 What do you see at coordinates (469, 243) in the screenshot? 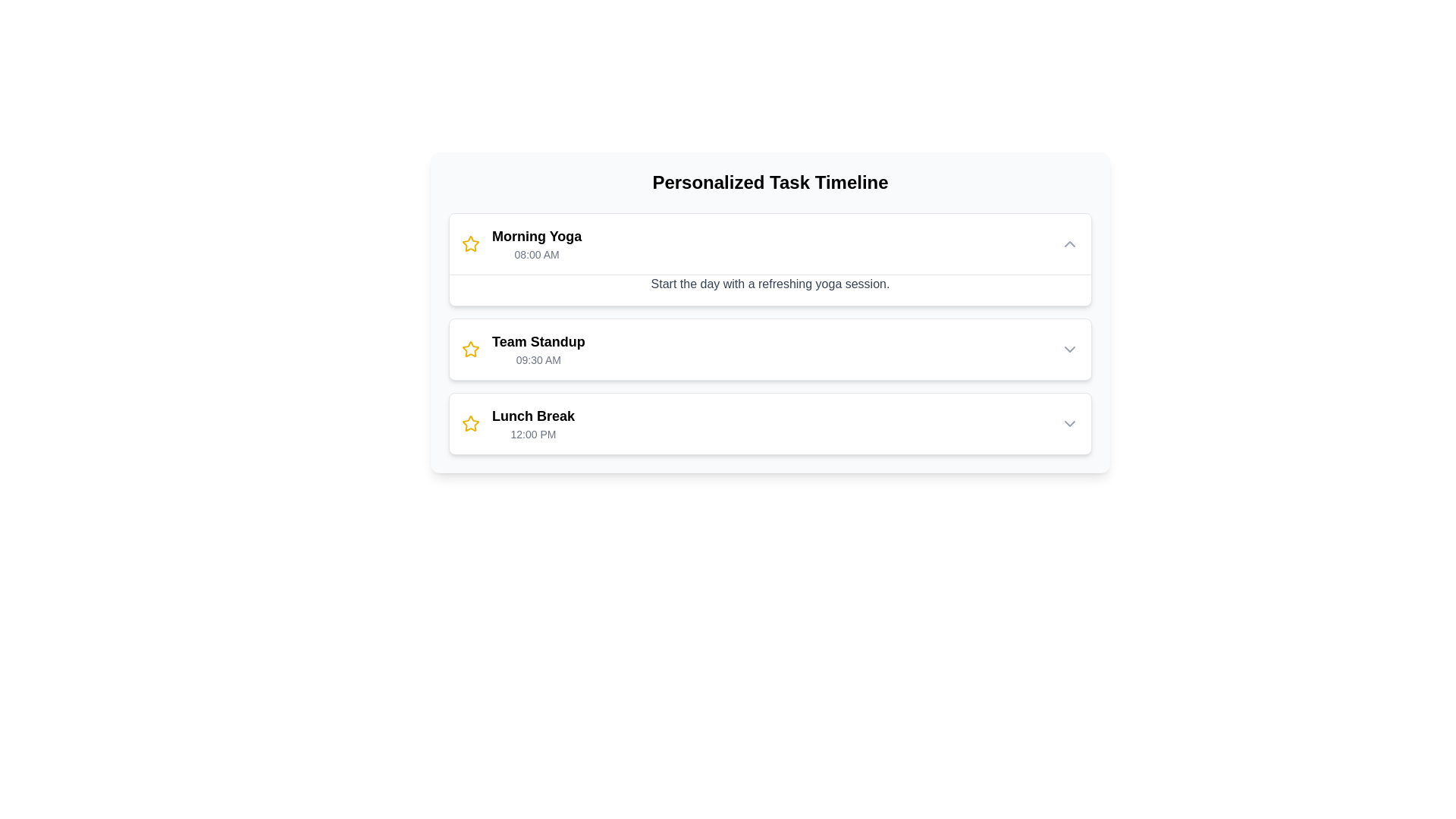
I see `the star-shaped icon filled with yellow color located to the left of the text 'Morning Yoga' and '08:00 AM'` at bounding box center [469, 243].